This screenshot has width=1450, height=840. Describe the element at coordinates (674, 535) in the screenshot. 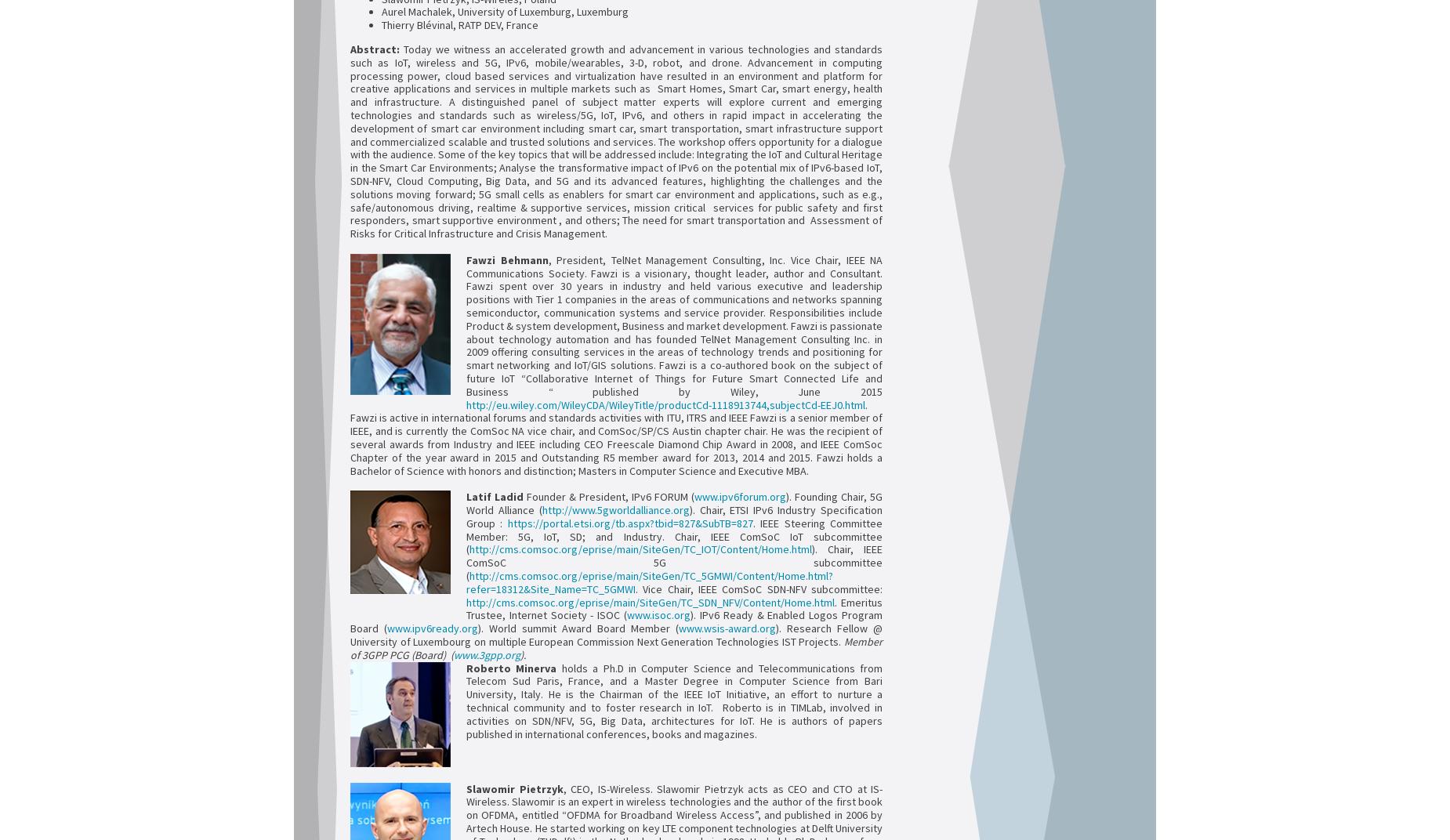

I see `'. IEEE Steering Committee Member: 5G, IoT, SD; and Industry. Chair, IEEE ComSoC IoT subcommittee ('` at that location.